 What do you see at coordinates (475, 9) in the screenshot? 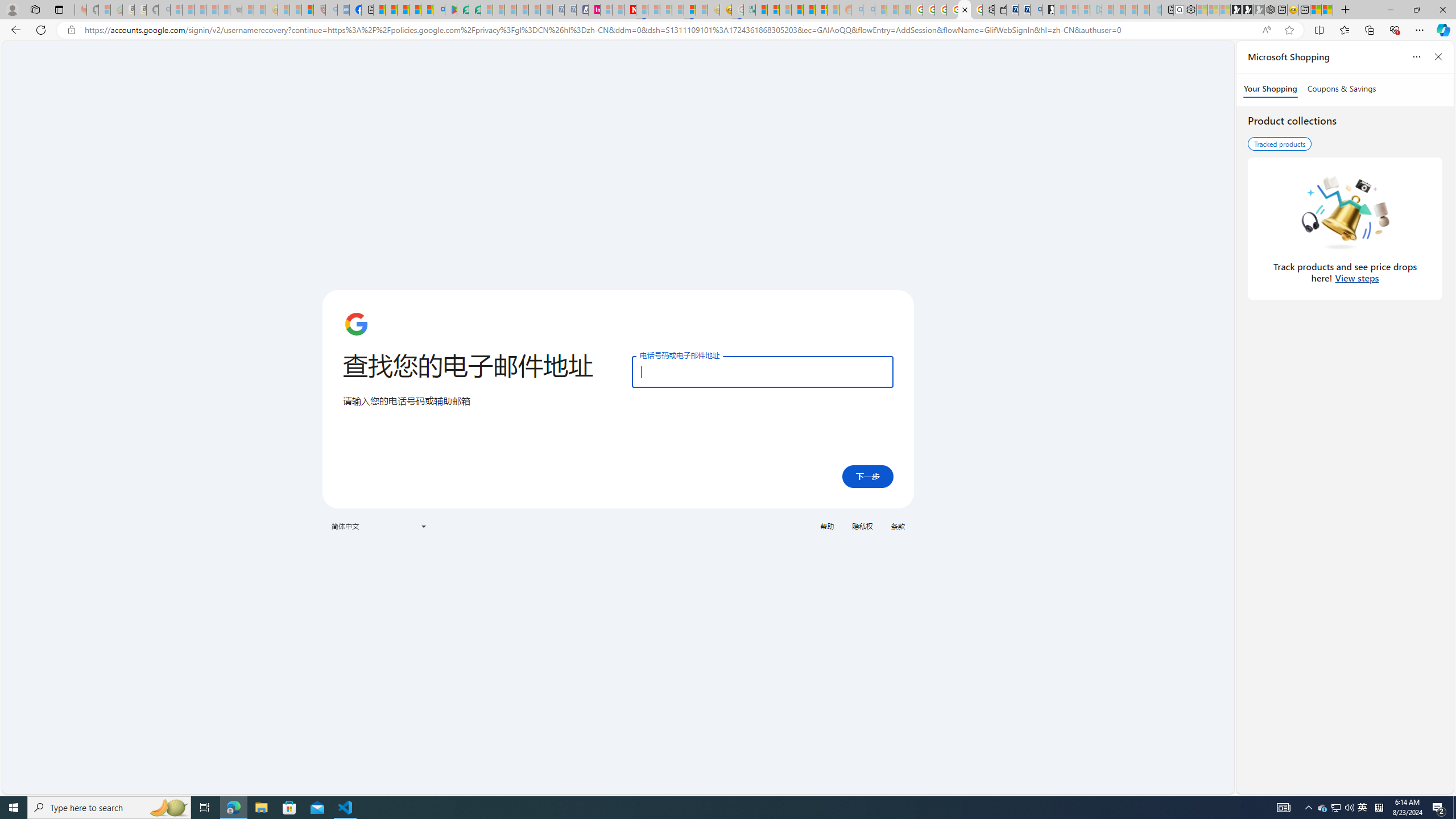
I see `'Microsoft Word - consumer-privacy address update 2.2021'` at bounding box center [475, 9].